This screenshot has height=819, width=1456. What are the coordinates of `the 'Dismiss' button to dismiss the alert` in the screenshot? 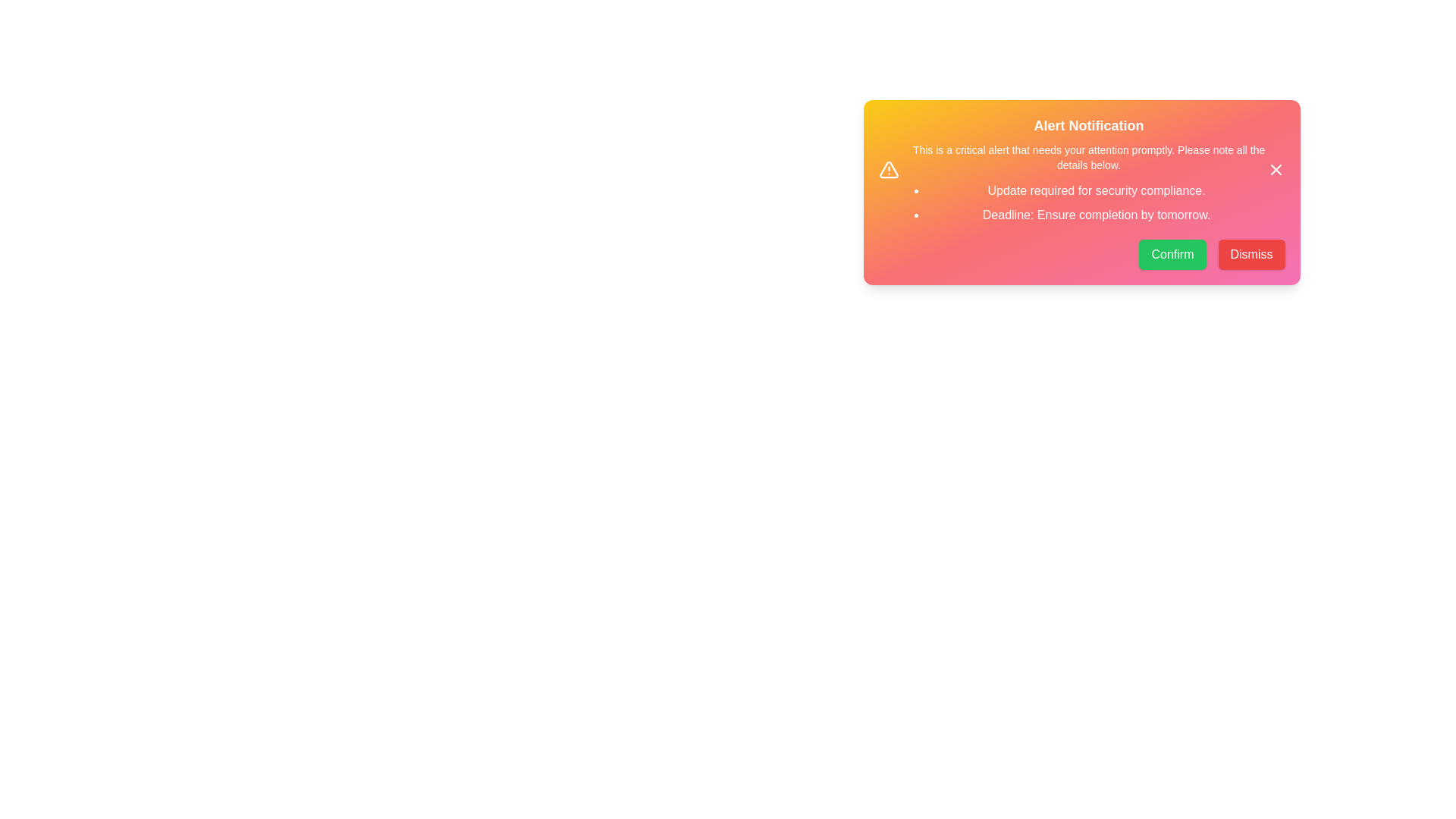 It's located at (1251, 253).